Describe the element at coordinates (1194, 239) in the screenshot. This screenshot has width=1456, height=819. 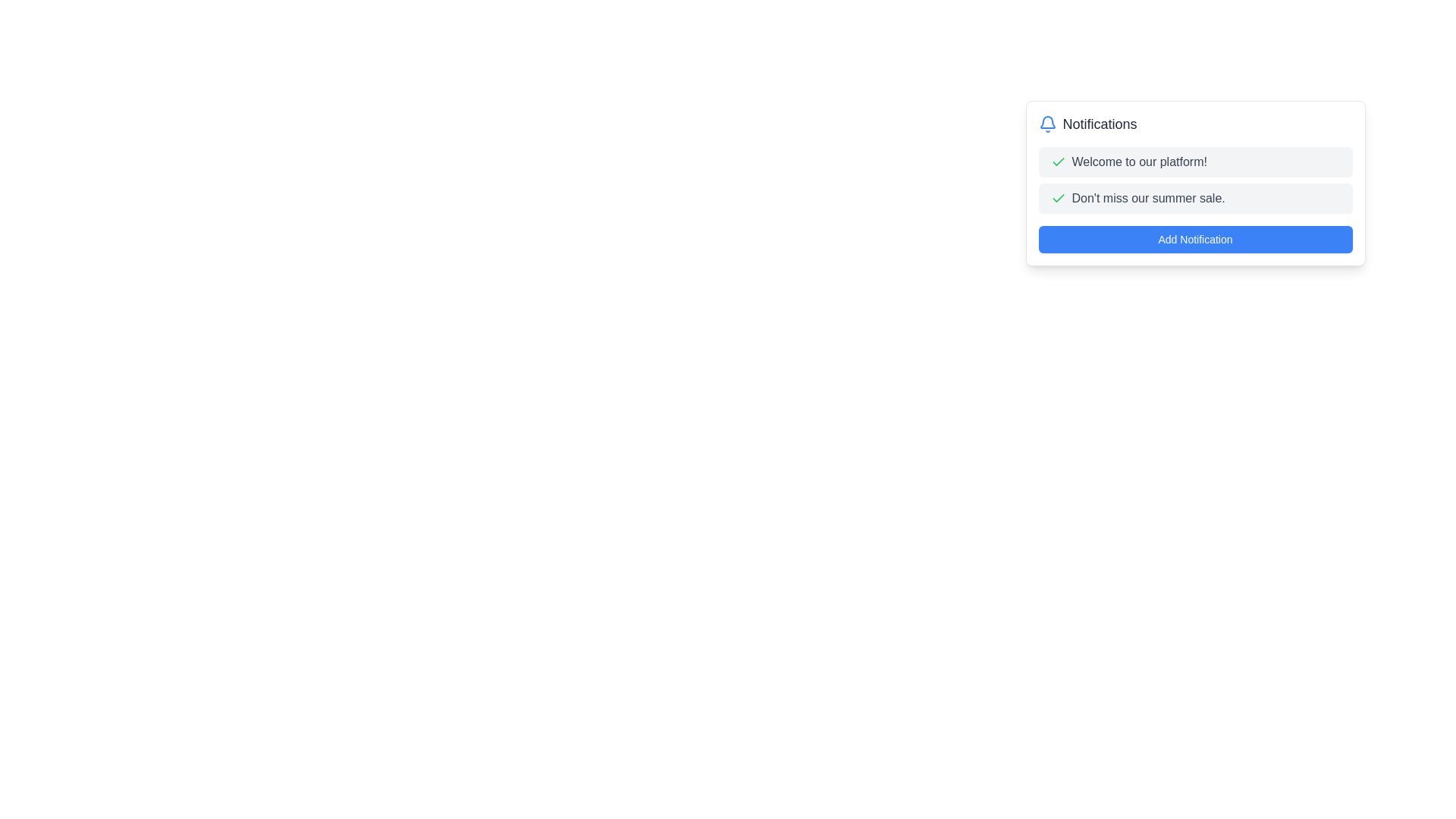
I see `the blue 'Add Notification' button with rounded corners located at the bottom of the notification card` at that location.